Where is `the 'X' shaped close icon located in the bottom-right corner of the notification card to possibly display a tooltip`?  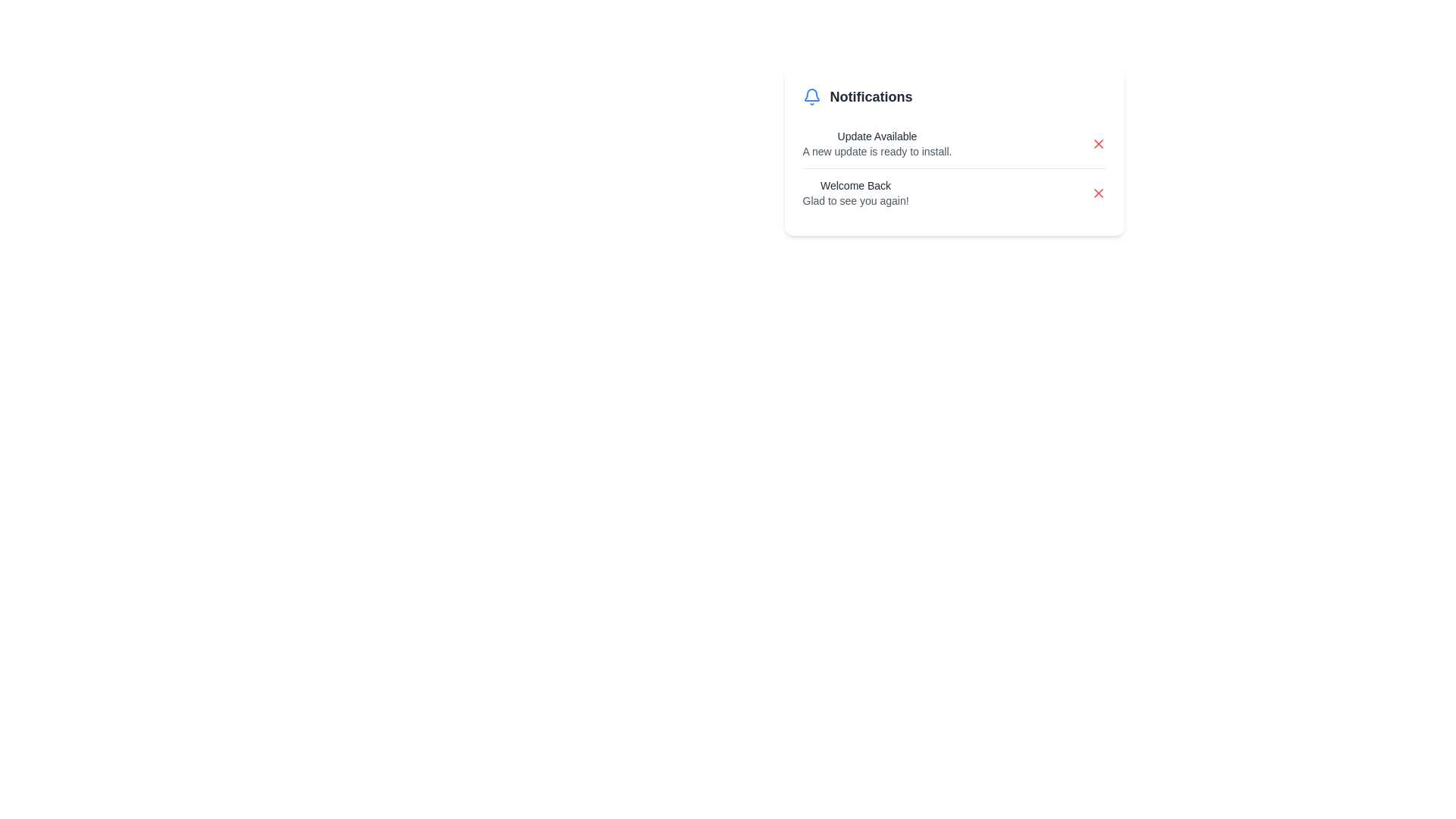 the 'X' shaped close icon located in the bottom-right corner of the notification card to possibly display a tooltip is located at coordinates (1098, 192).